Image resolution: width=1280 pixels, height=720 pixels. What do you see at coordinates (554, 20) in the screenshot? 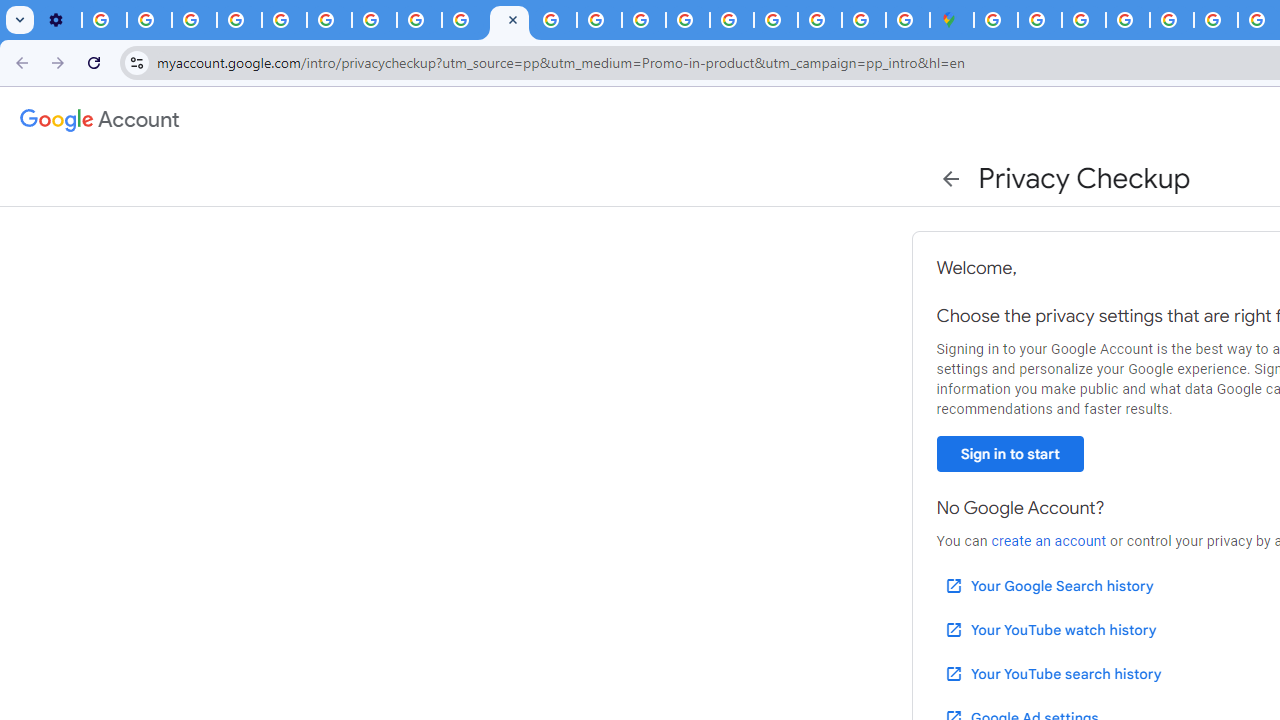
I see `'https://scholar.google.com/'` at bounding box center [554, 20].